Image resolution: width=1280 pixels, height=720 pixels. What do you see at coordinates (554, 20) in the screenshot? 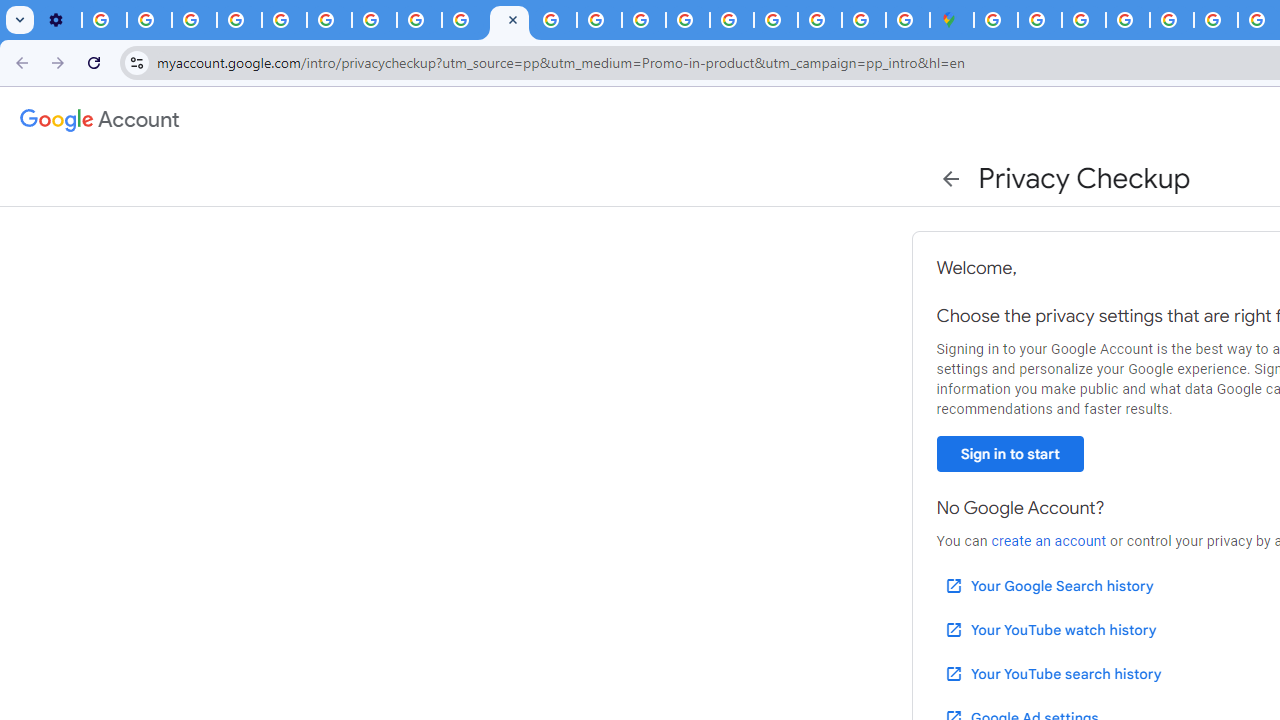
I see `'https://scholar.google.com/'` at bounding box center [554, 20].